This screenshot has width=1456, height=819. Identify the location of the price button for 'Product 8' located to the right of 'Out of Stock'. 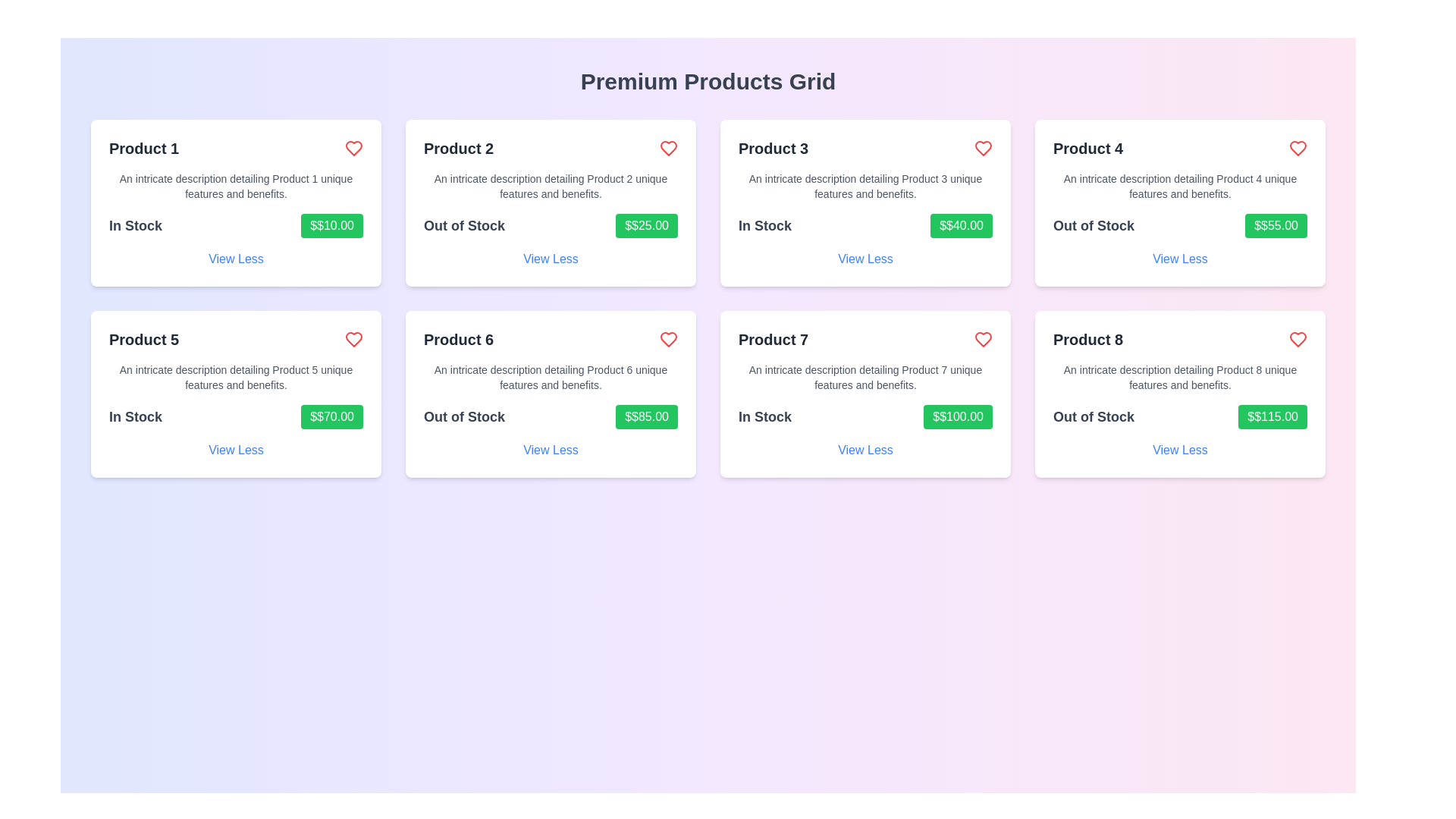
(1272, 417).